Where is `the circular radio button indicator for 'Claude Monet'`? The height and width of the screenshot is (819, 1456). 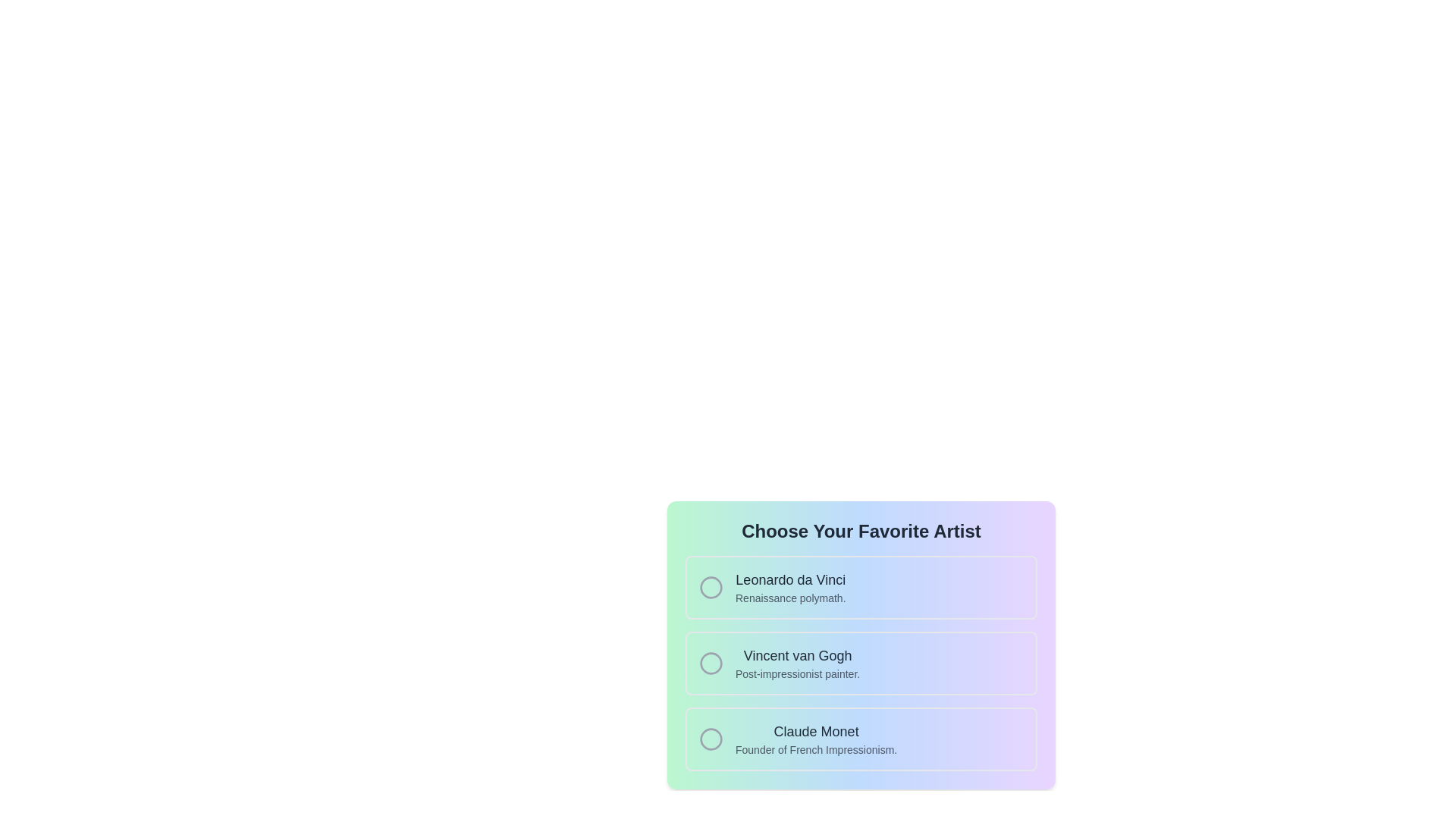
the circular radio button indicator for 'Claude Monet' is located at coordinates (710, 739).